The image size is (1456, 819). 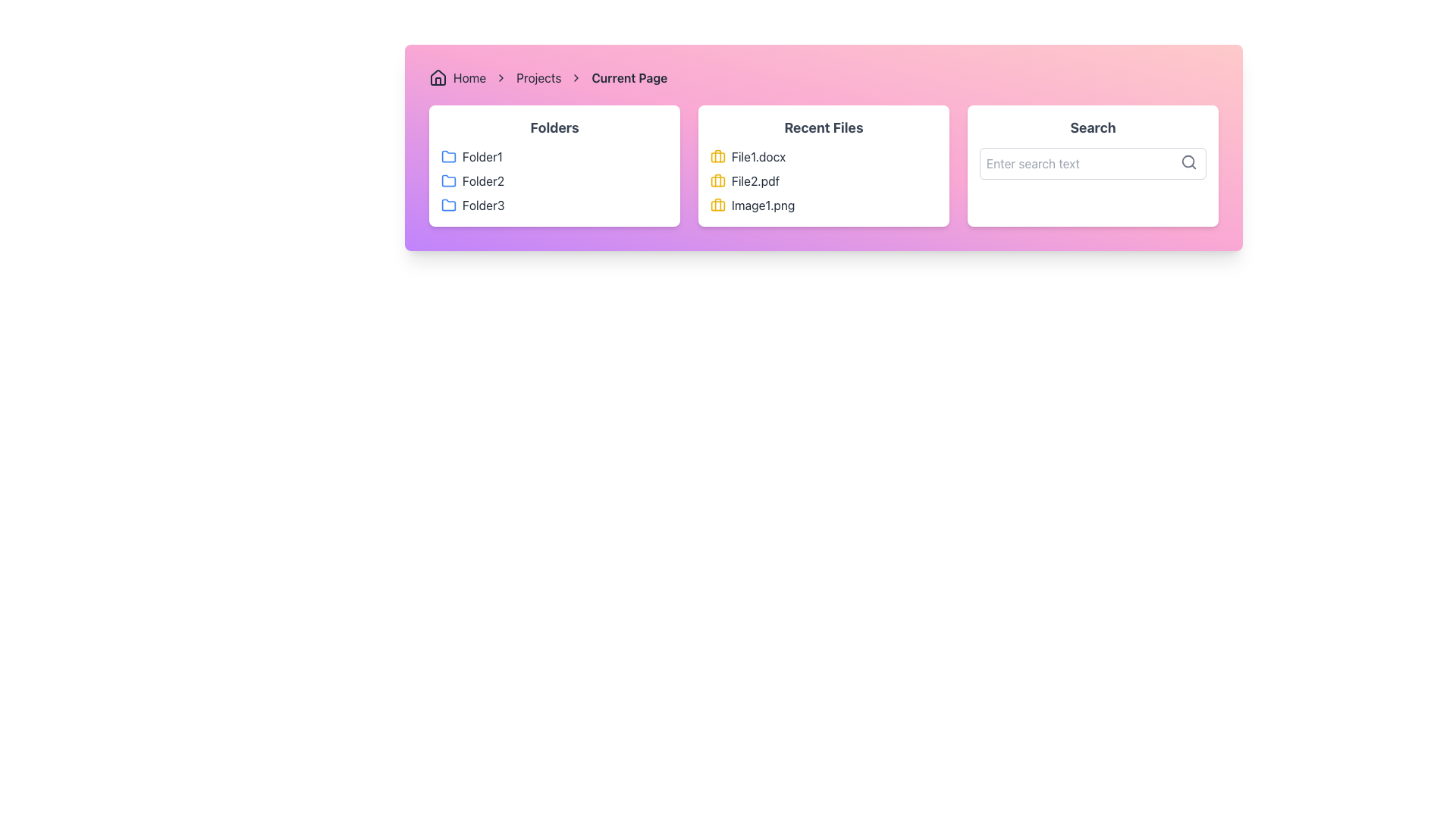 What do you see at coordinates (823, 180) in the screenshot?
I see `the List Item displaying 'File2.pdf' with a yellow briefcase icon, located in the Recent Files section` at bounding box center [823, 180].